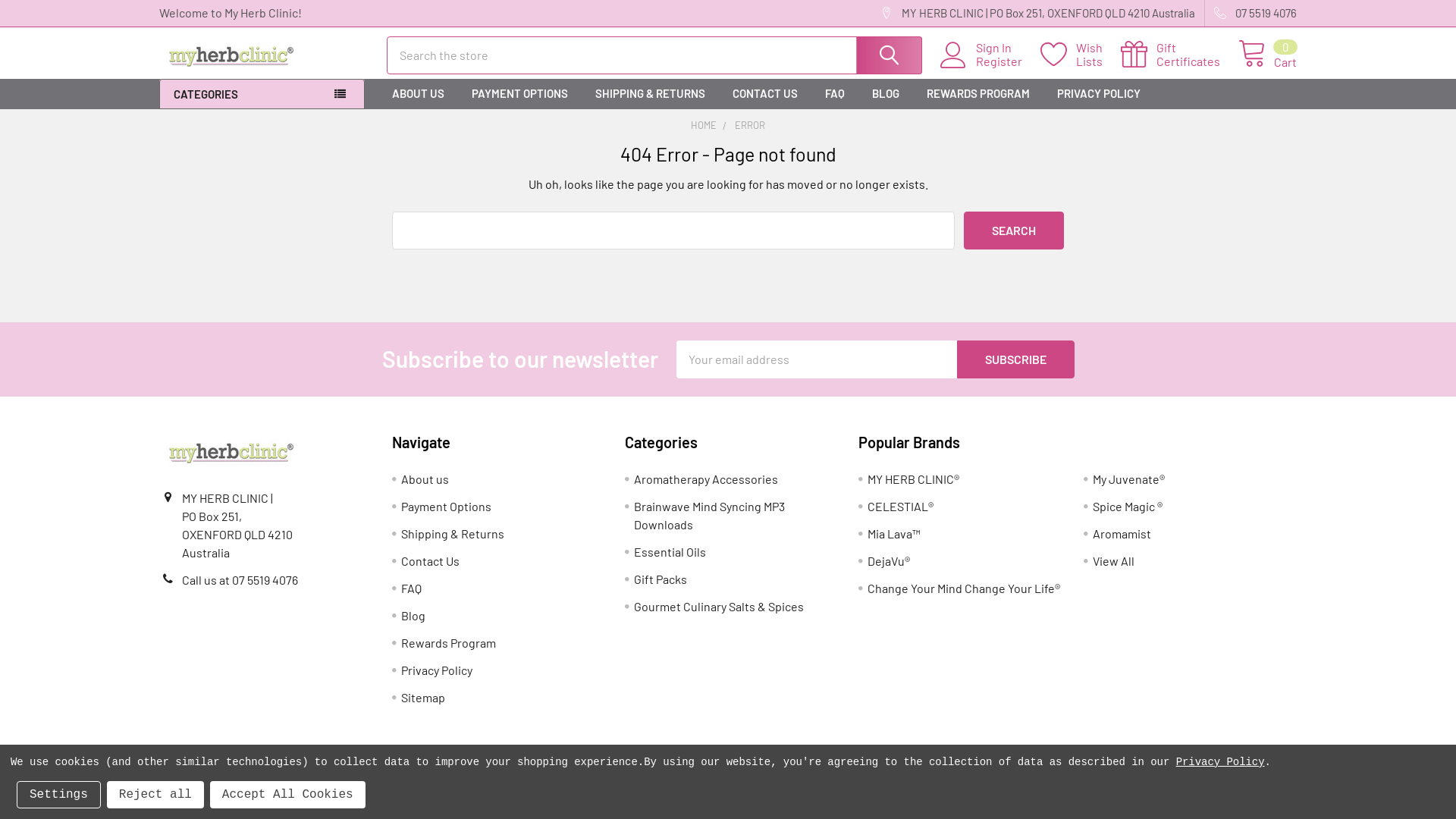 The height and width of the screenshot is (819, 1456). Describe the element at coordinates (400, 669) in the screenshot. I see `'Privacy Policy'` at that location.